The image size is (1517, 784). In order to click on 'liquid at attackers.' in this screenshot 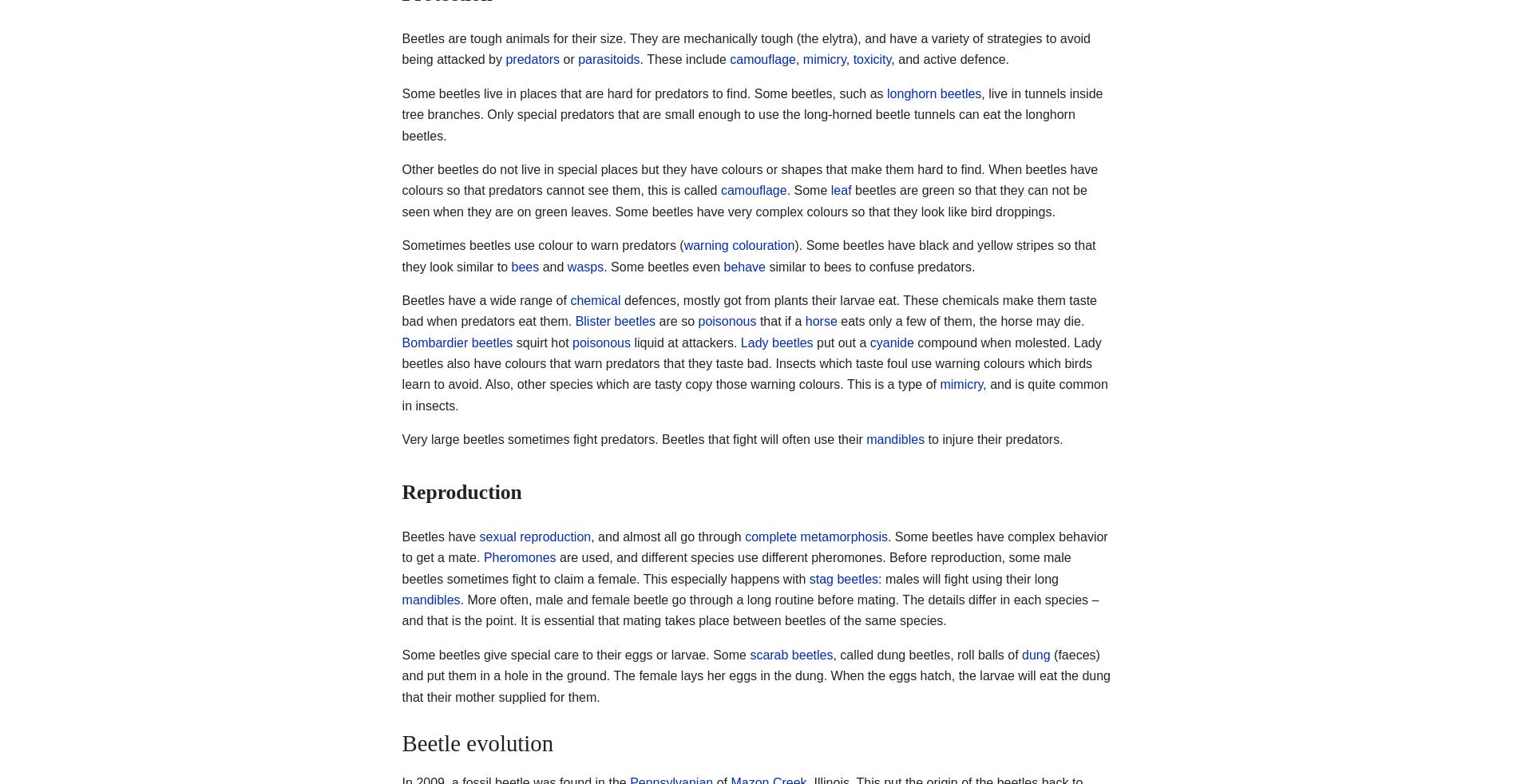, I will do `click(684, 342)`.